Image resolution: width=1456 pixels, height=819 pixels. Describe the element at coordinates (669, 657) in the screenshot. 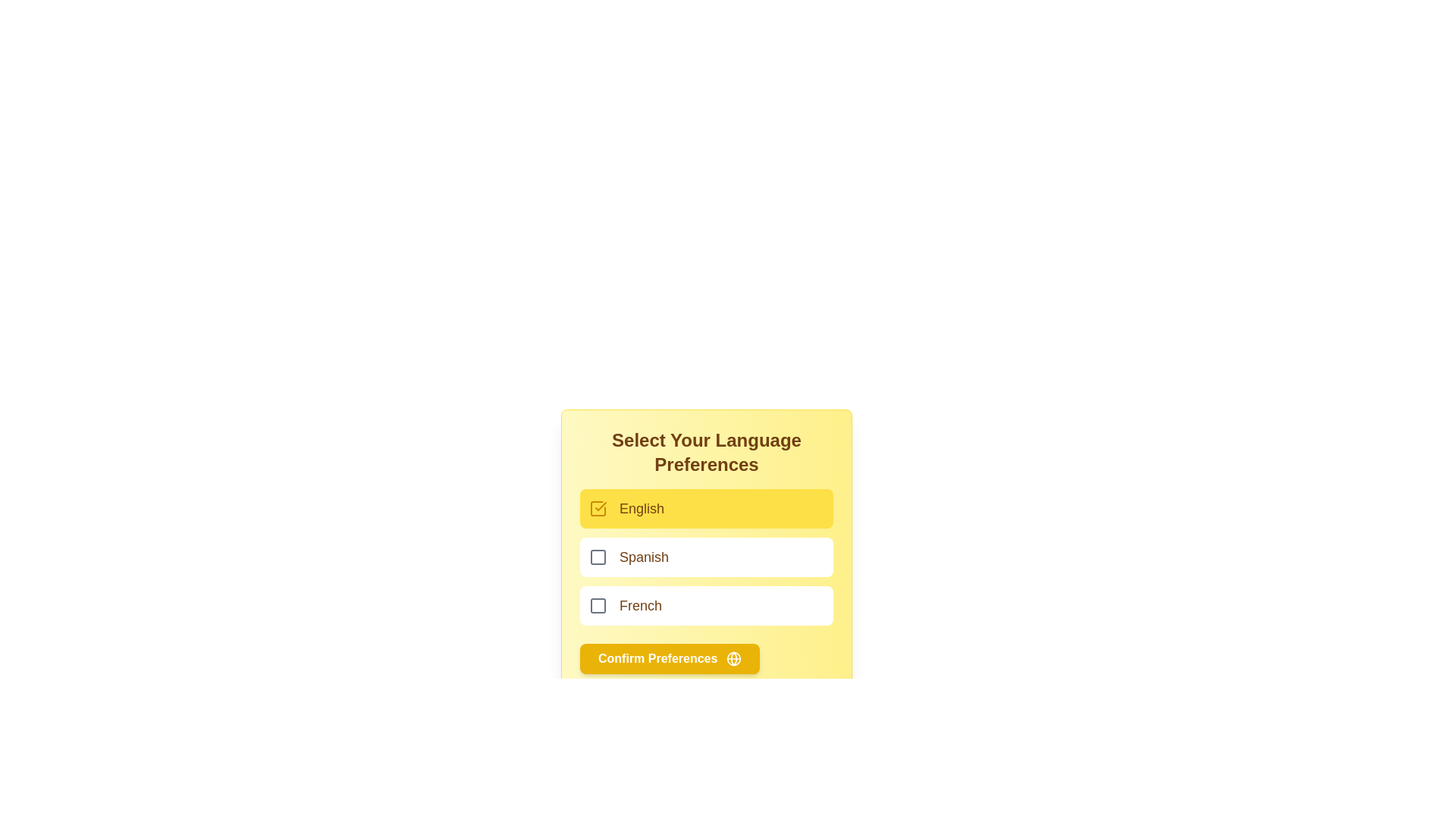

I see `the 'Confirm Preferences' button with a vibrant yellow background and white bold text` at that location.